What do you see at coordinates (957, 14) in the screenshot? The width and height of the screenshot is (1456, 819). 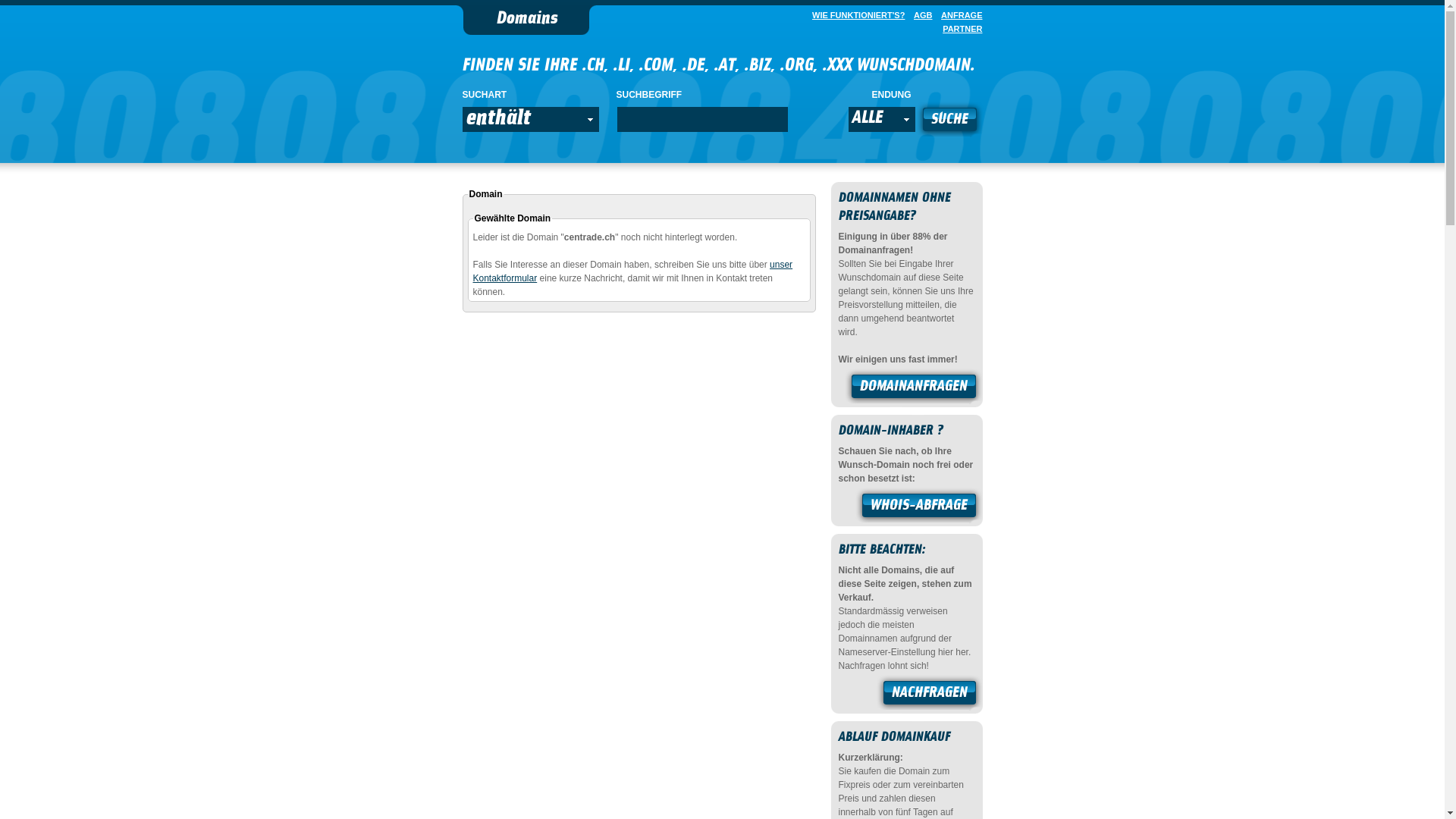 I see `'ANFRAGE'` at bounding box center [957, 14].